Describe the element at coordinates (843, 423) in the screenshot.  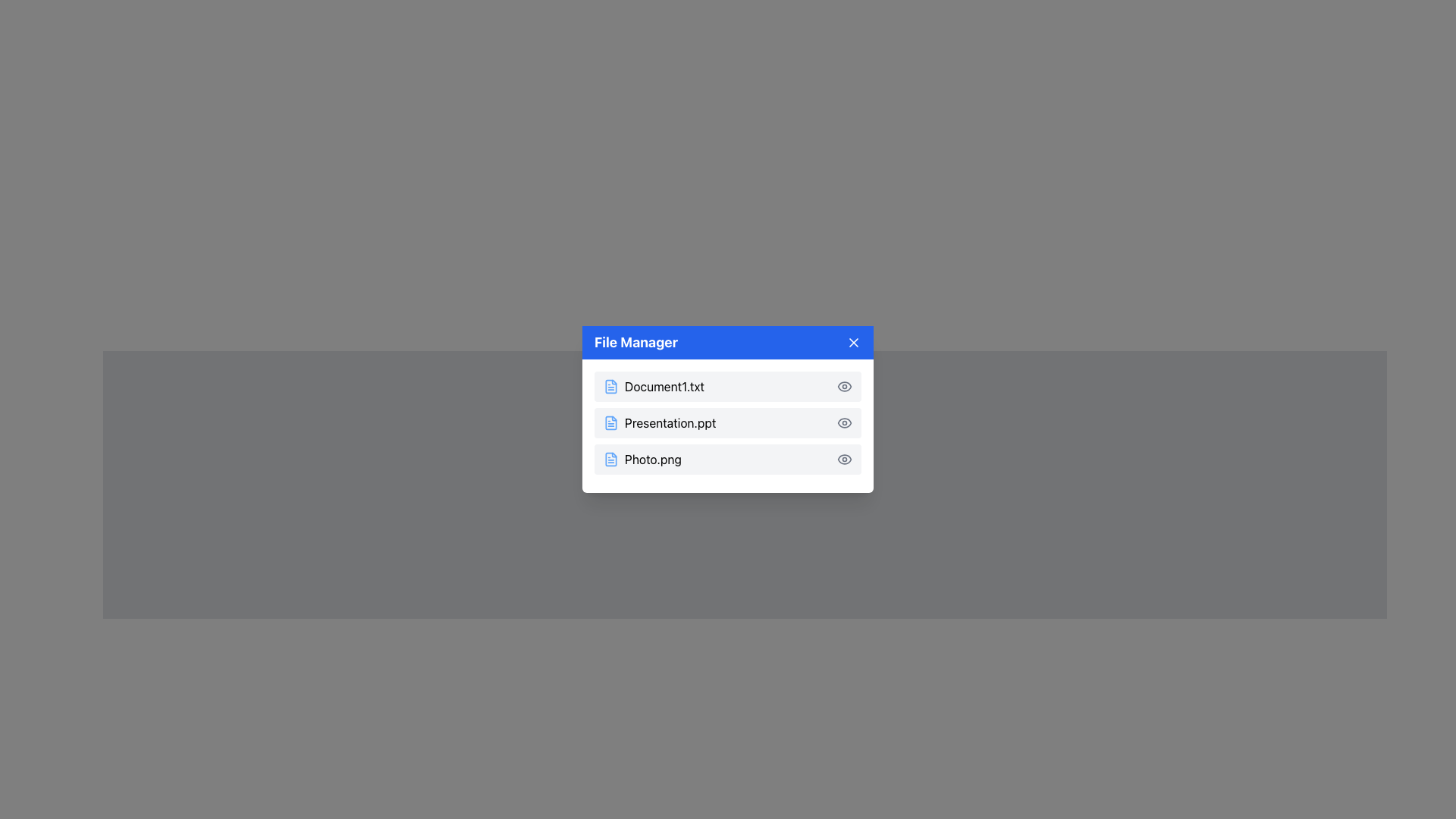
I see `the eye icon located on the far right of the 'Presentation.ppt' file entry` at that location.